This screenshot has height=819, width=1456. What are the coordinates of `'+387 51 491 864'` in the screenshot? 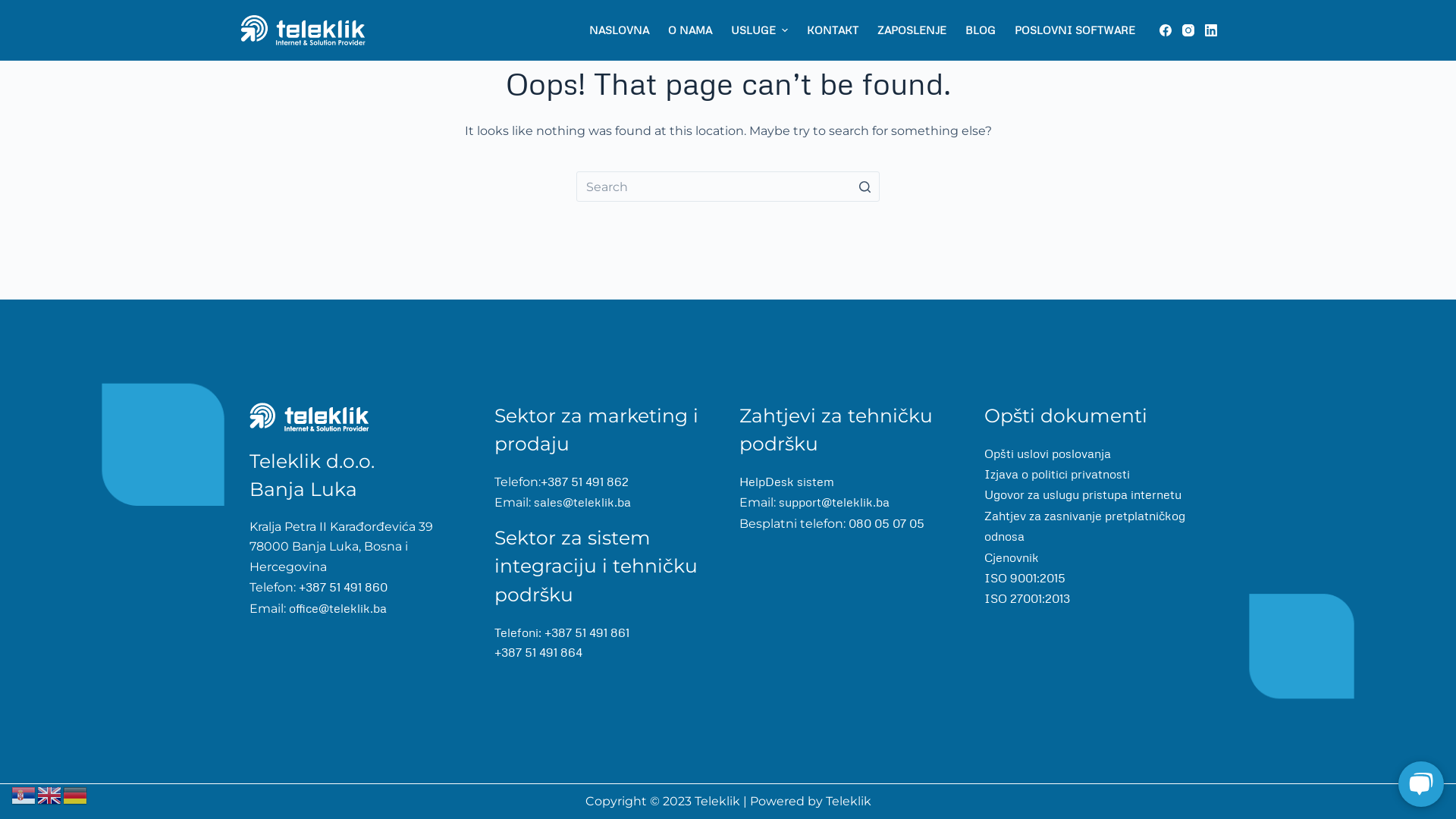 It's located at (494, 651).